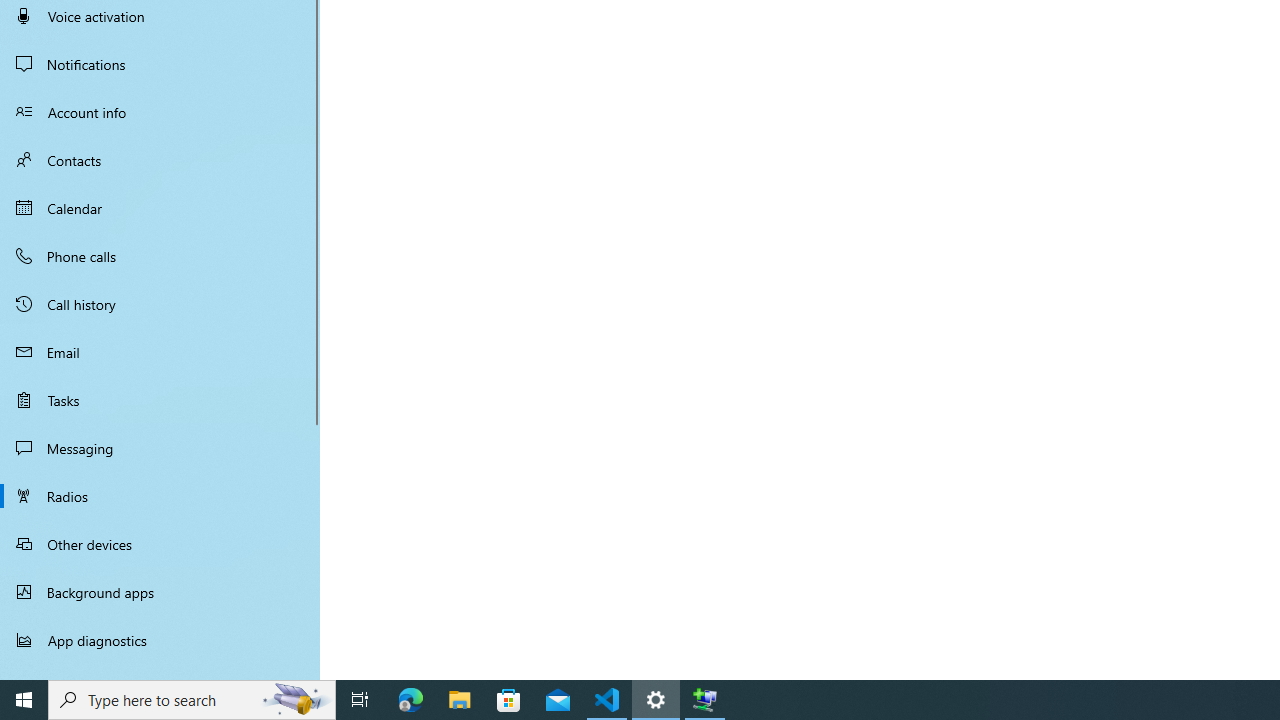 This screenshot has height=720, width=1280. What do you see at coordinates (160, 254) in the screenshot?
I see `'Phone calls'` at bounding box center [160, 254].